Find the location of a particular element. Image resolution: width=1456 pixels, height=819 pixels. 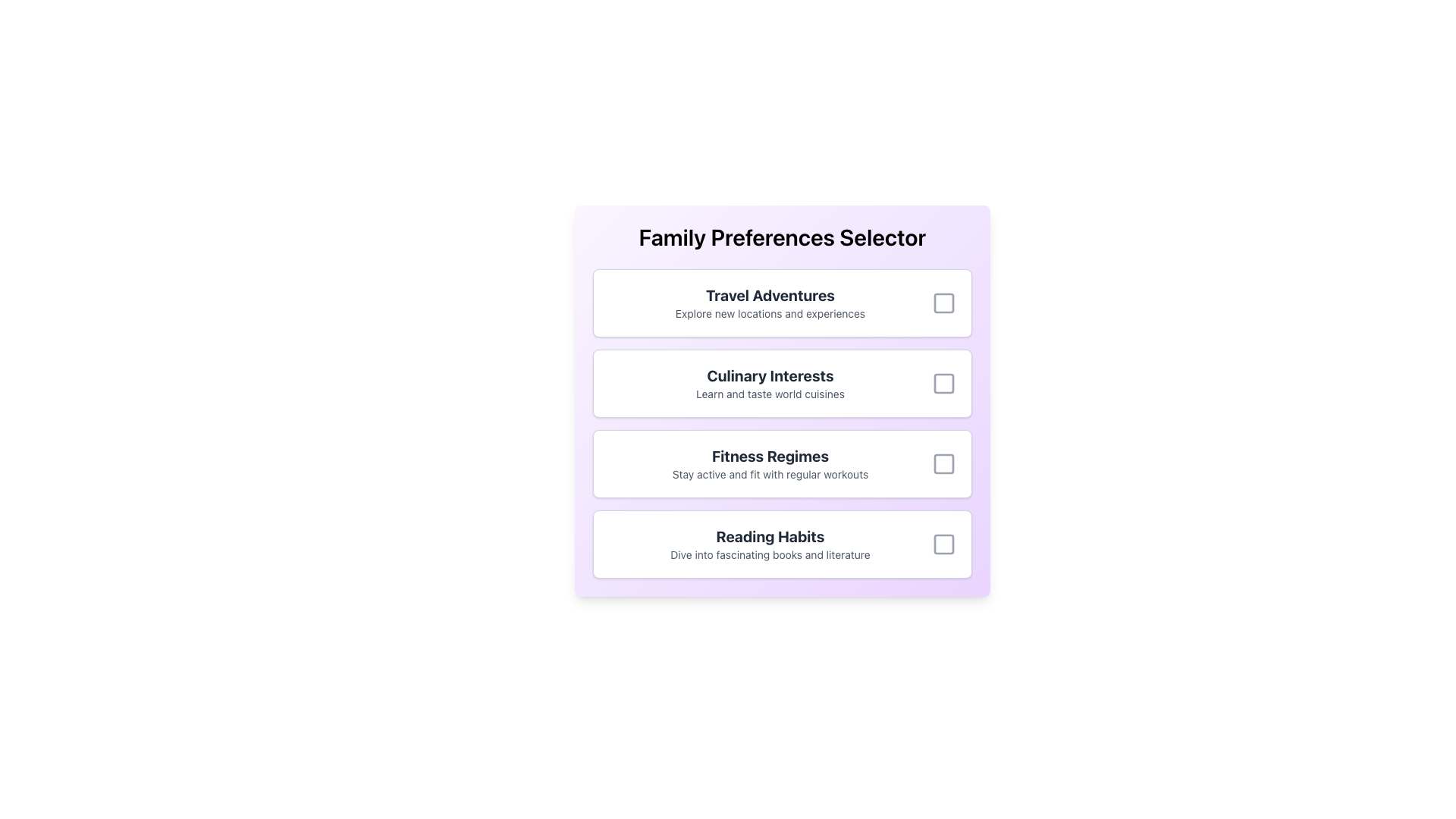

the Text label that serves as a heading for a selectable category, located above the descriptive text 'Explore new locations and experiences' is located at coordinates (770, 295).